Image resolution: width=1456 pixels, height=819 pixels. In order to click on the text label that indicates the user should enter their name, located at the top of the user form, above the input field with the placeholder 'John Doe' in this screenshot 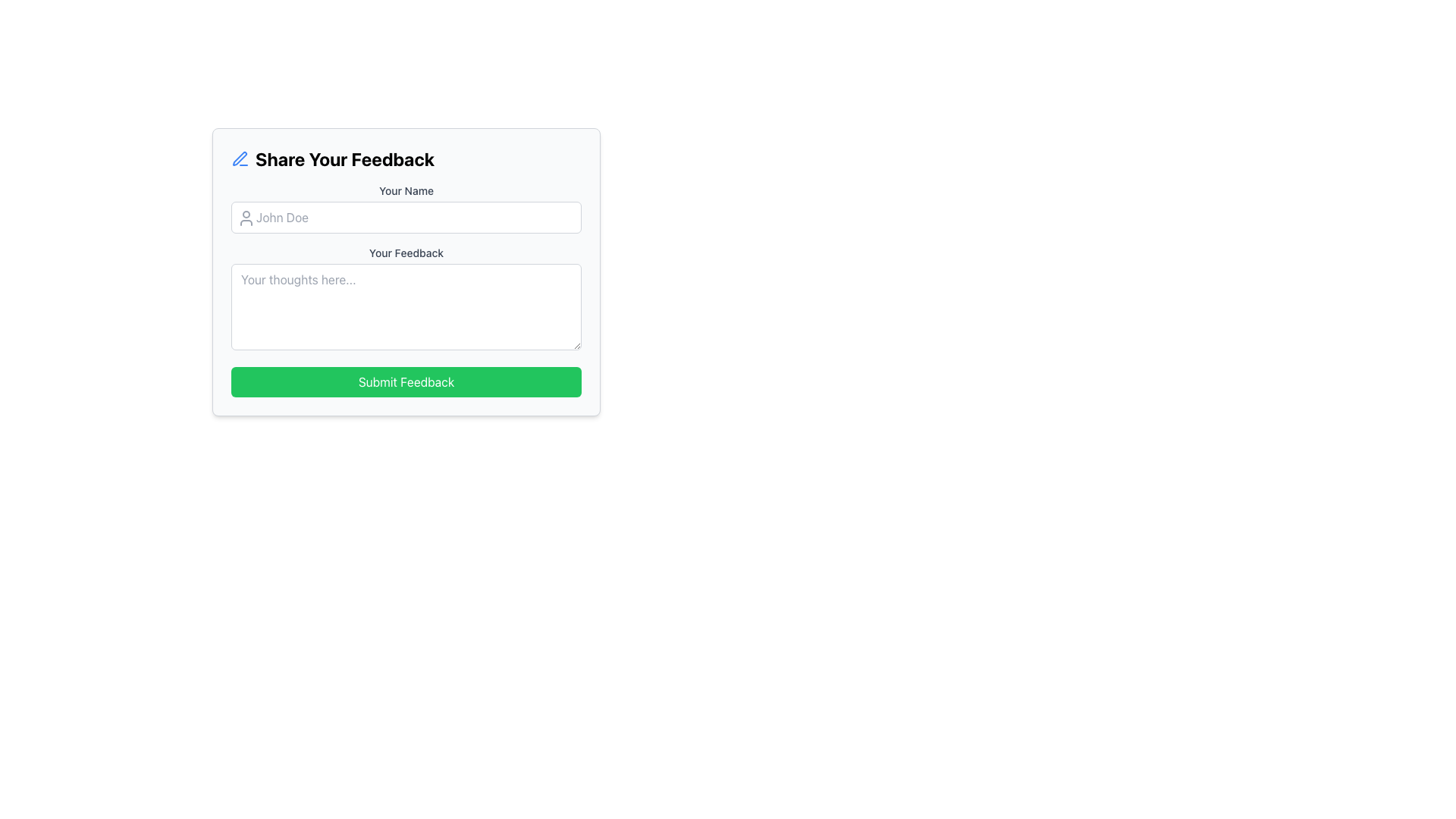, I will do `click(406, 190)`.